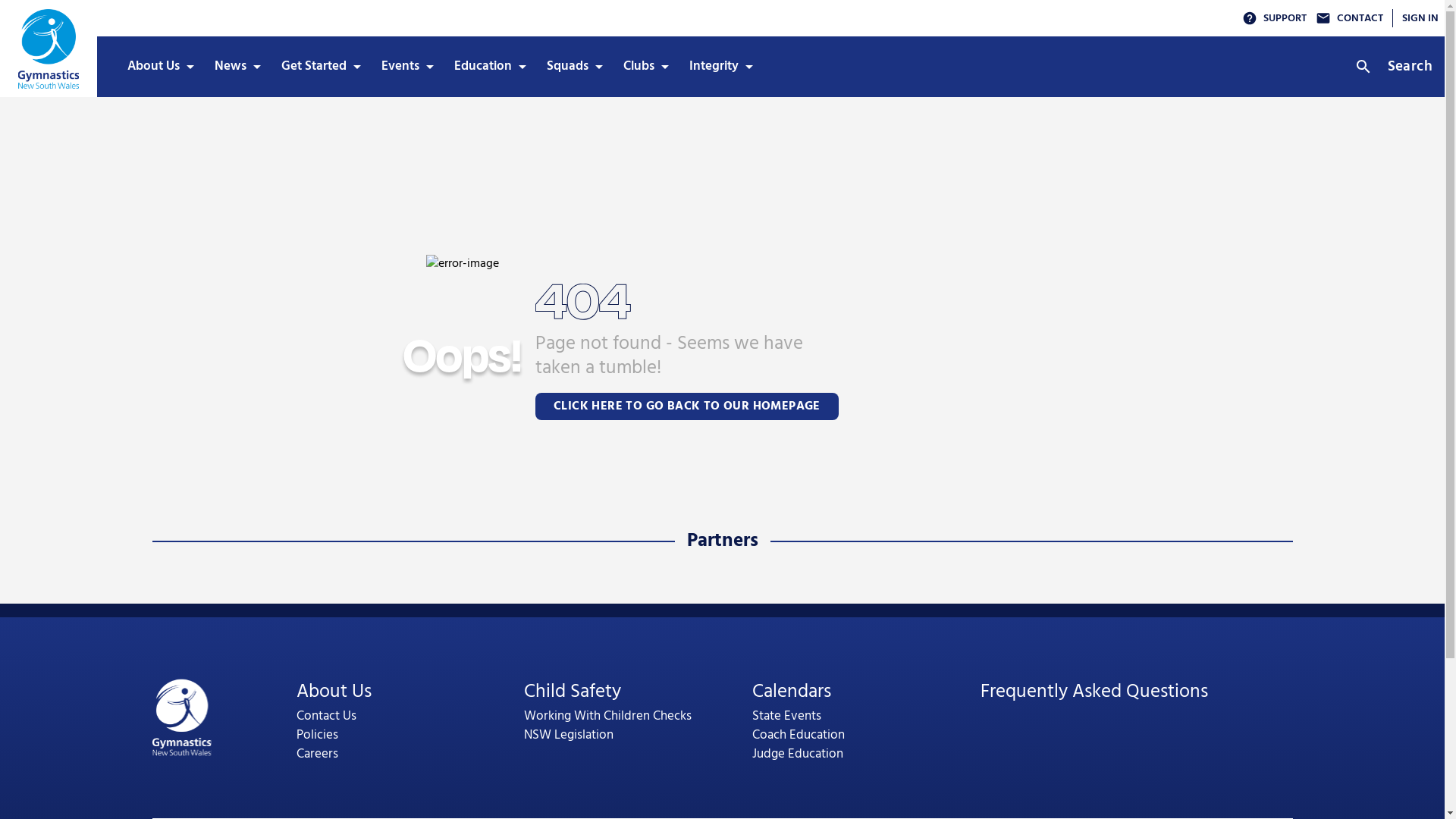 The width and height of the screenshot is (1456, 819). Describe the element at coordinates (571, 692) in the screenshot. I see `'Child Safety'` at that location.